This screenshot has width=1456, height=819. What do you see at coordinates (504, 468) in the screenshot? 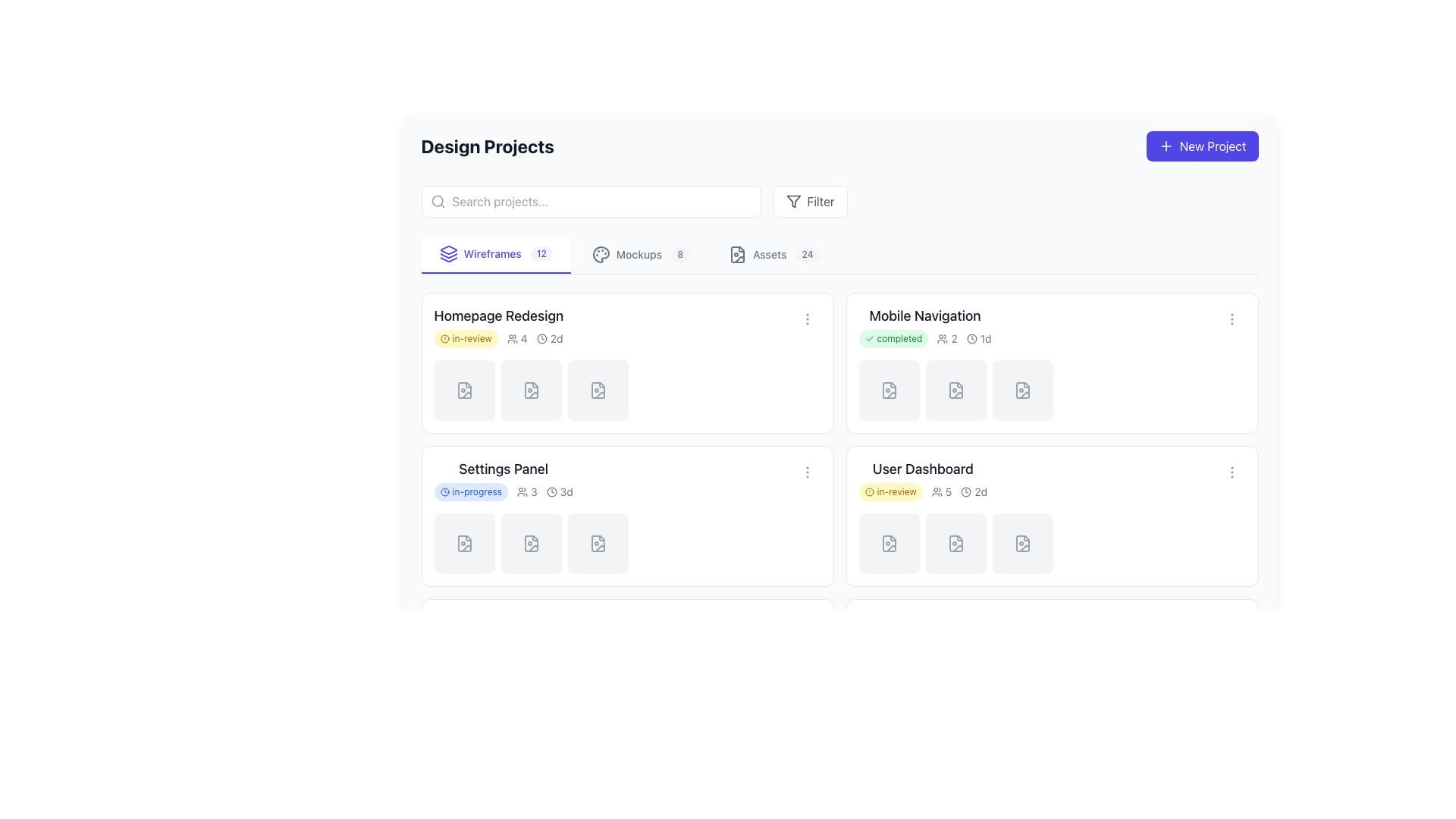
I see `the 'Settings Panel' text label, which is styled with a large, bold dark gray font and located at the top-center of the leftmost card in the second row of the grid layout` at bounding box center [504, 468].